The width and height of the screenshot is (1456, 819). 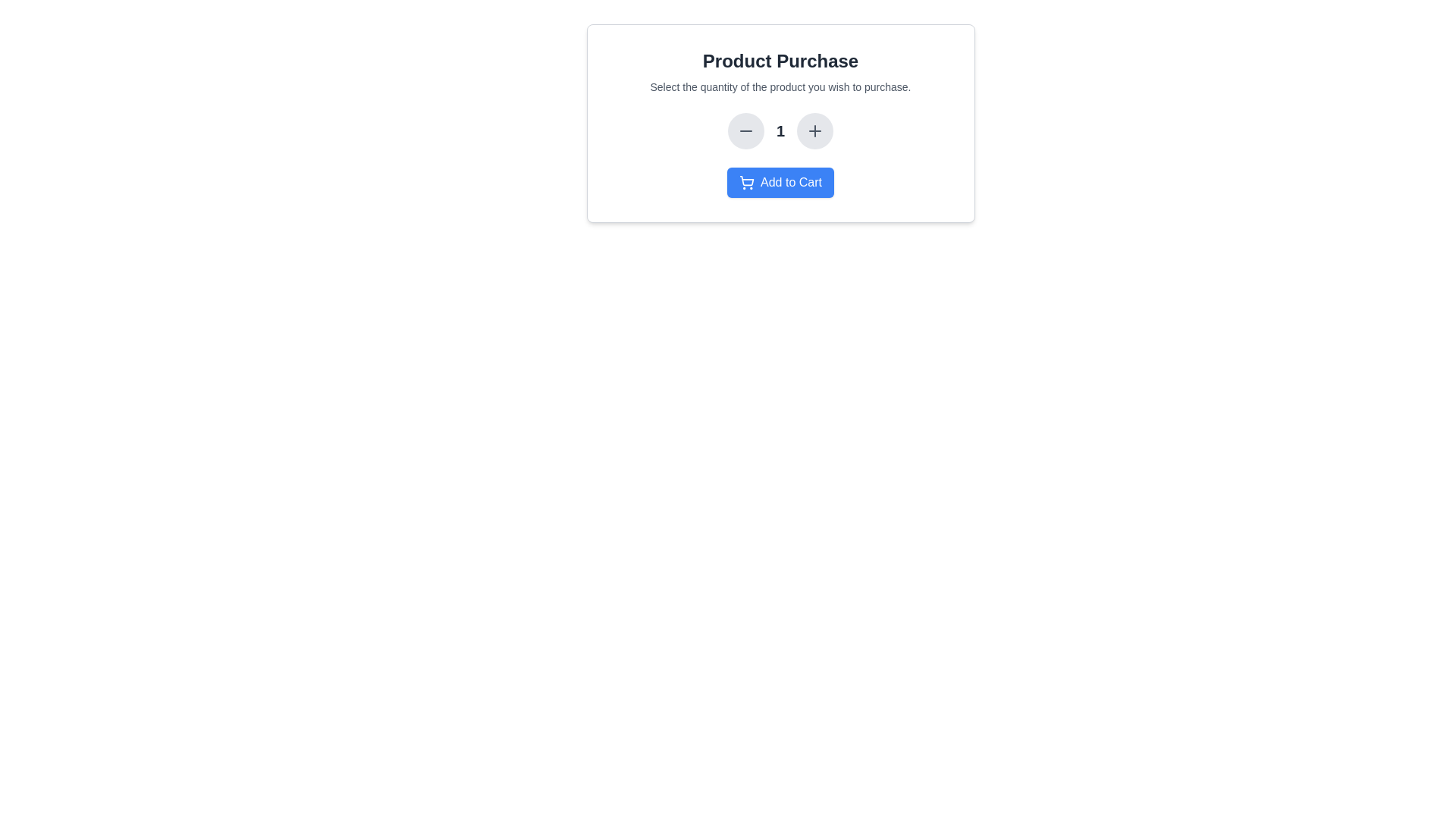 I want to click on the instructional text located just below the main title 'Product Purchase', which provides quantity selection instructions, so click(x=780, y=87).